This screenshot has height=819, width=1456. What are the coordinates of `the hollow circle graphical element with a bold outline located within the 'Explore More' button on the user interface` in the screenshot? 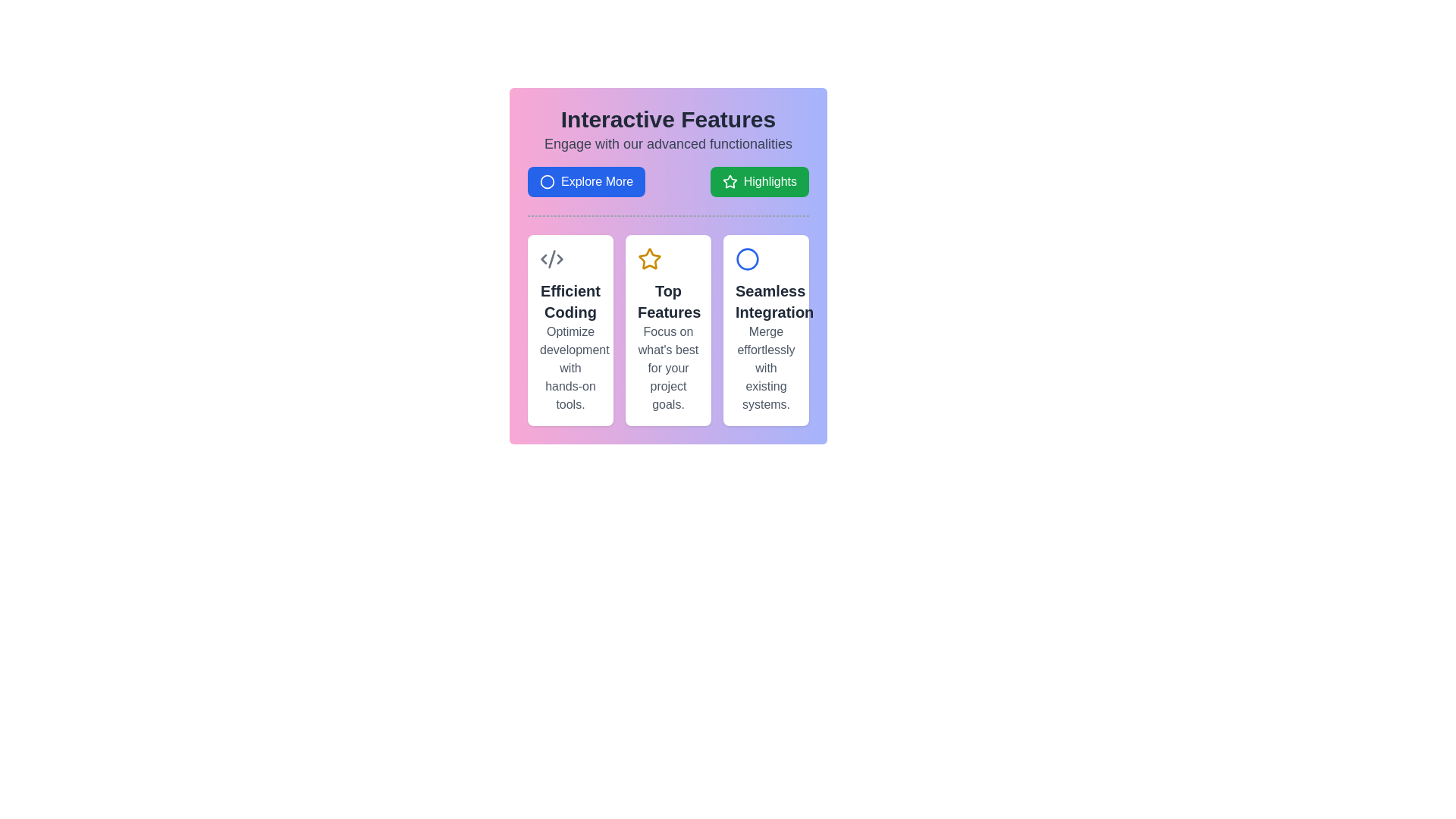 It's located at (546, 180).